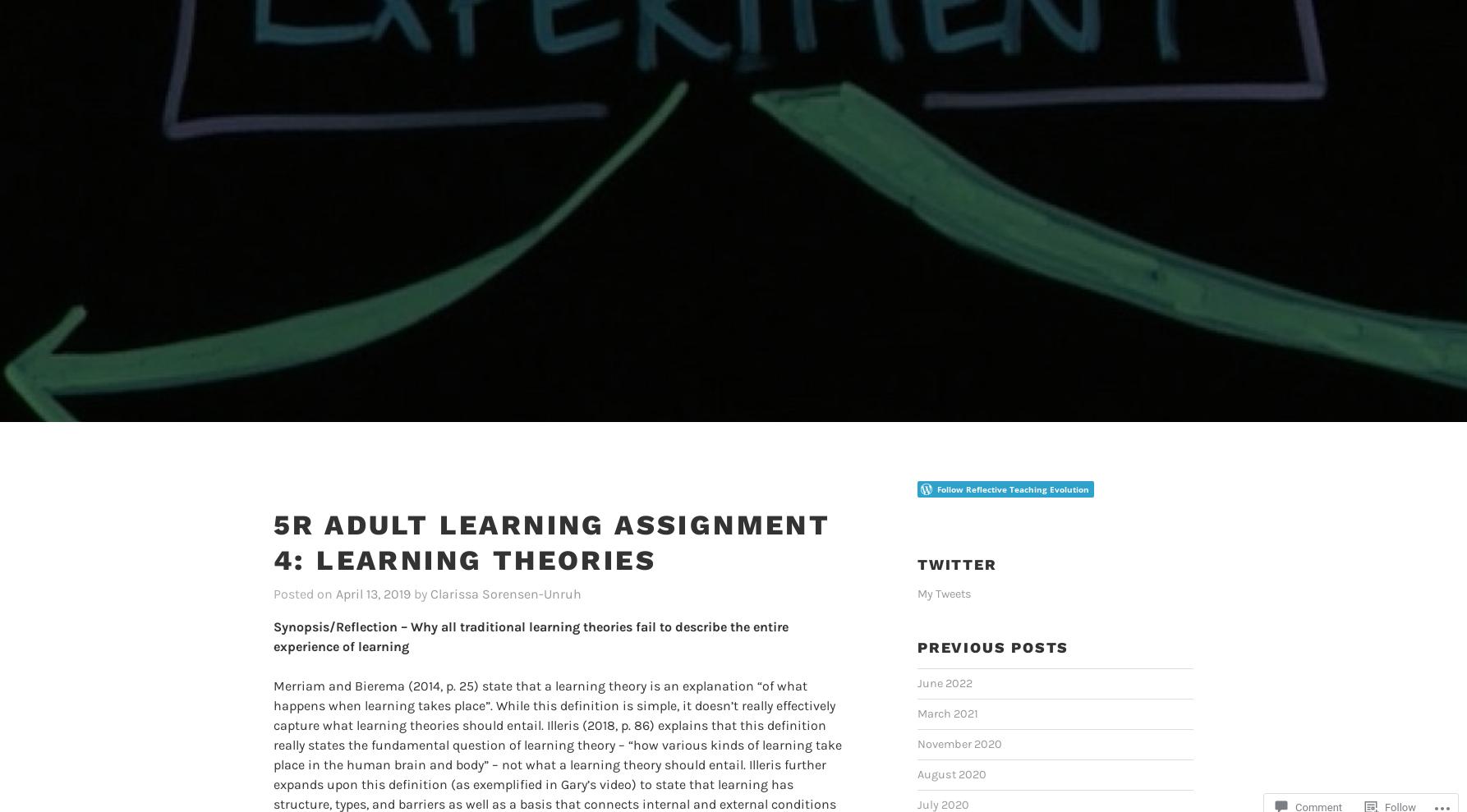  Describe the element at coordinates (505, 566) in the screenshot. I see `'Clarissa Sorensen-Unruh'` at that location.